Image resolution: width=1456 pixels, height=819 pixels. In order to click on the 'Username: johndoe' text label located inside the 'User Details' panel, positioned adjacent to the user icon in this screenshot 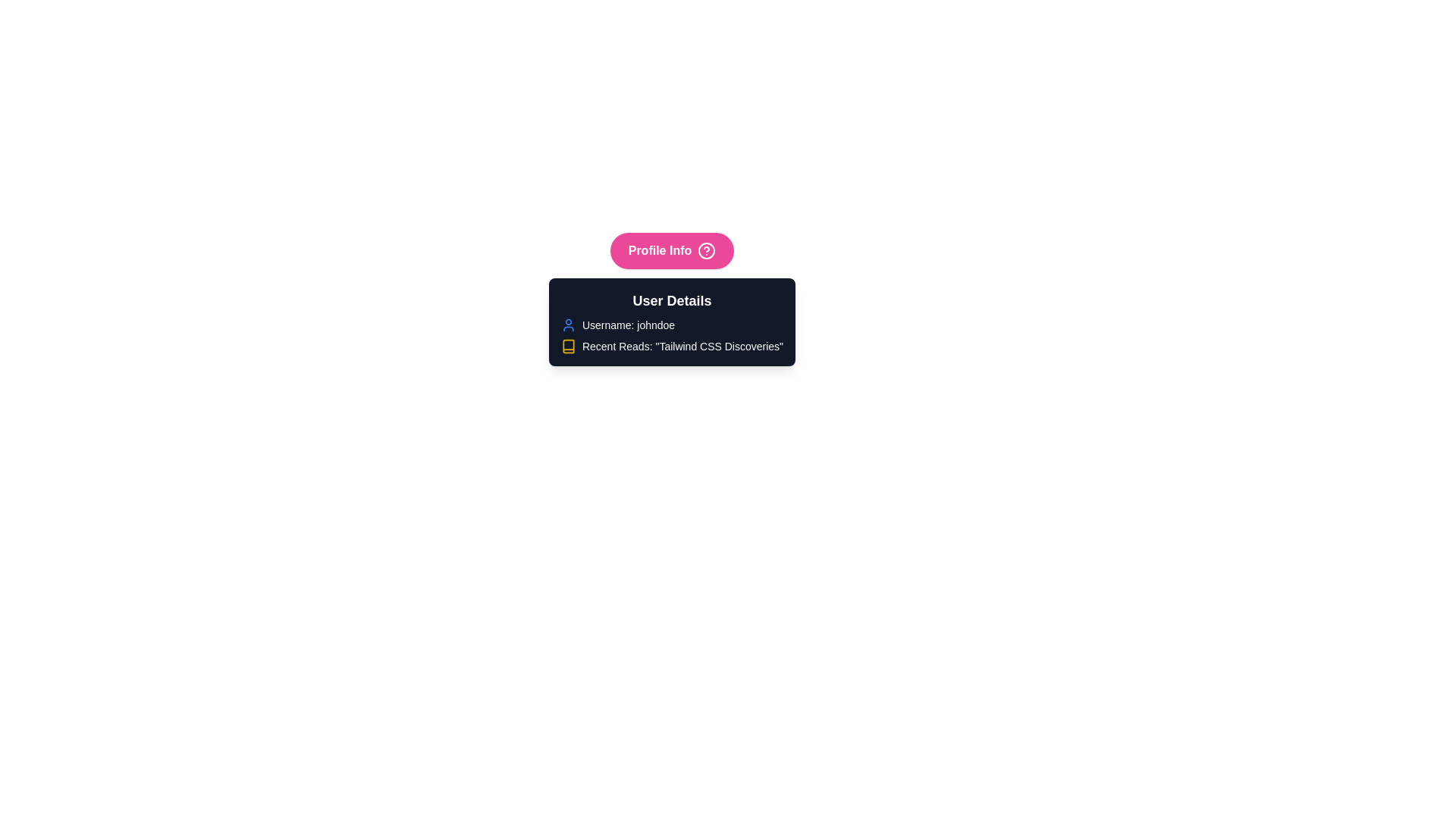, I will do `click(629, 324)`.